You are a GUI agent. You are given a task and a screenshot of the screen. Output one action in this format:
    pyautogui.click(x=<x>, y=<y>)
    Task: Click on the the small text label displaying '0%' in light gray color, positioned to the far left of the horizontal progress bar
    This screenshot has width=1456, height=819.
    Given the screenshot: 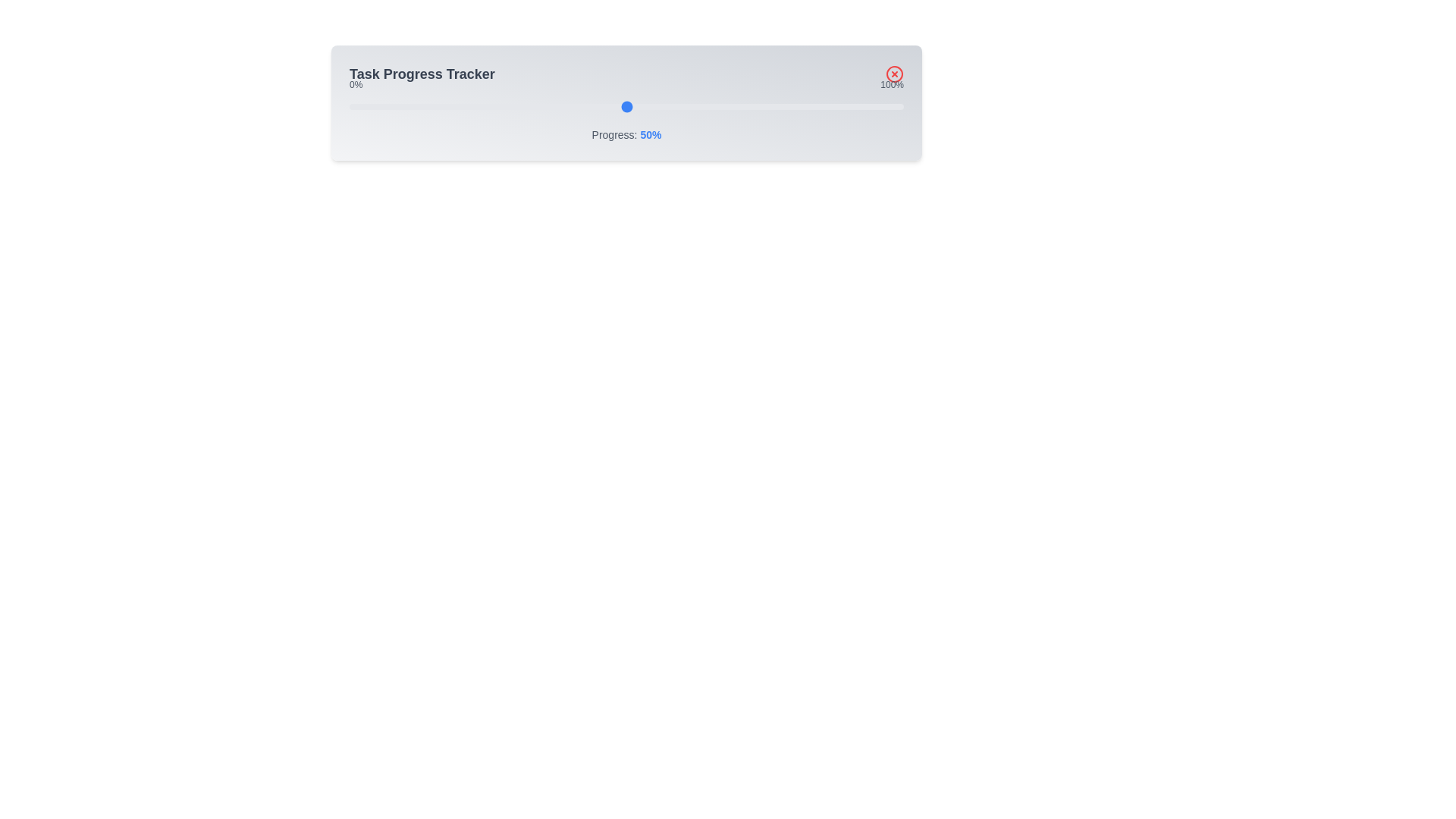 What is the action you would take?
    pyautogui.click(x=355, y=84)
    